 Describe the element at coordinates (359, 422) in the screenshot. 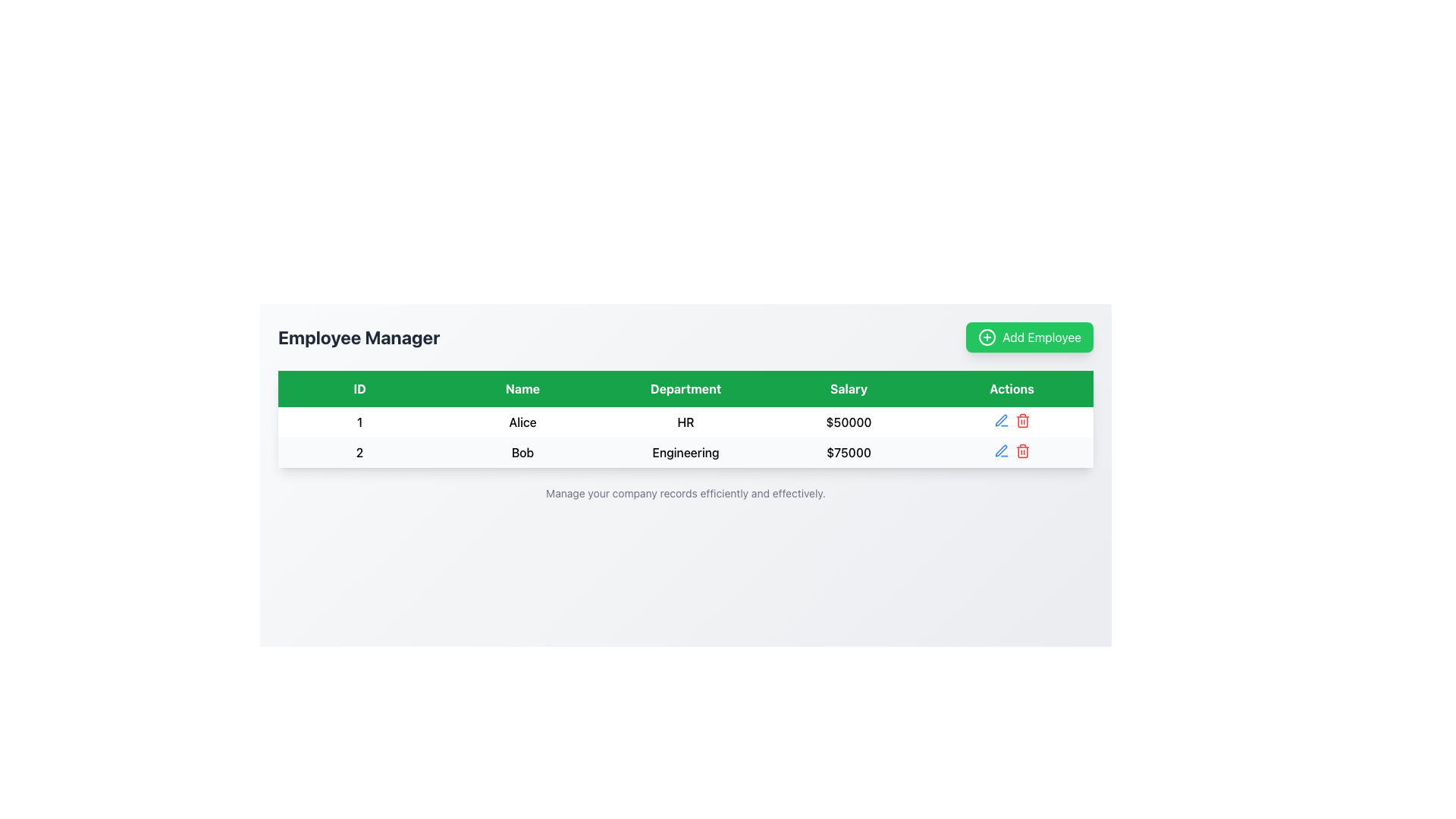

I see `the Text Cell containing '1', located in the first row under the 'ID' column heading of the table` at that location.